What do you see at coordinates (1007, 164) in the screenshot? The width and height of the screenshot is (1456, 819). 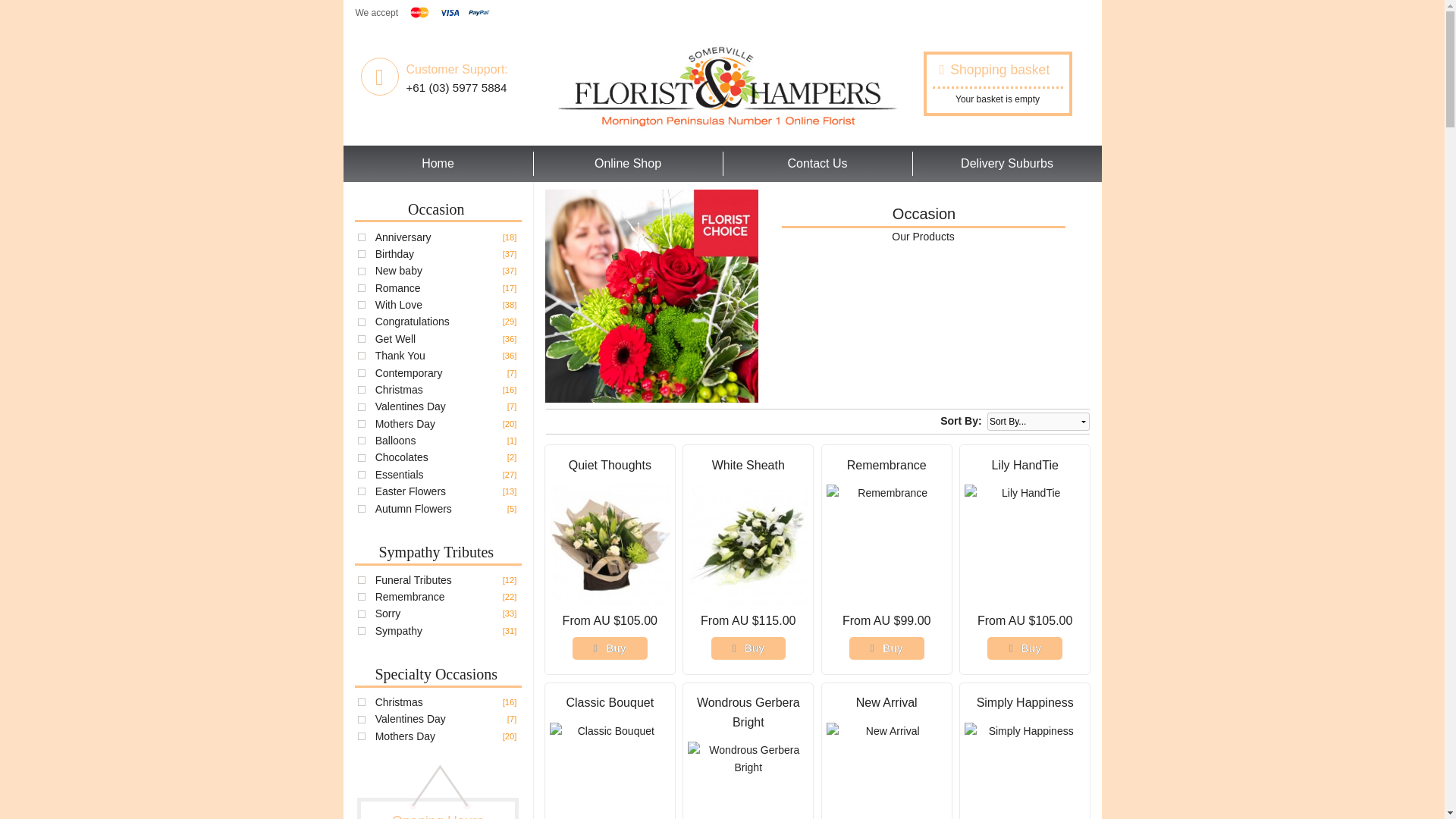 I see `'Delivery Suburbs'` at bounding box center [1007, 164].